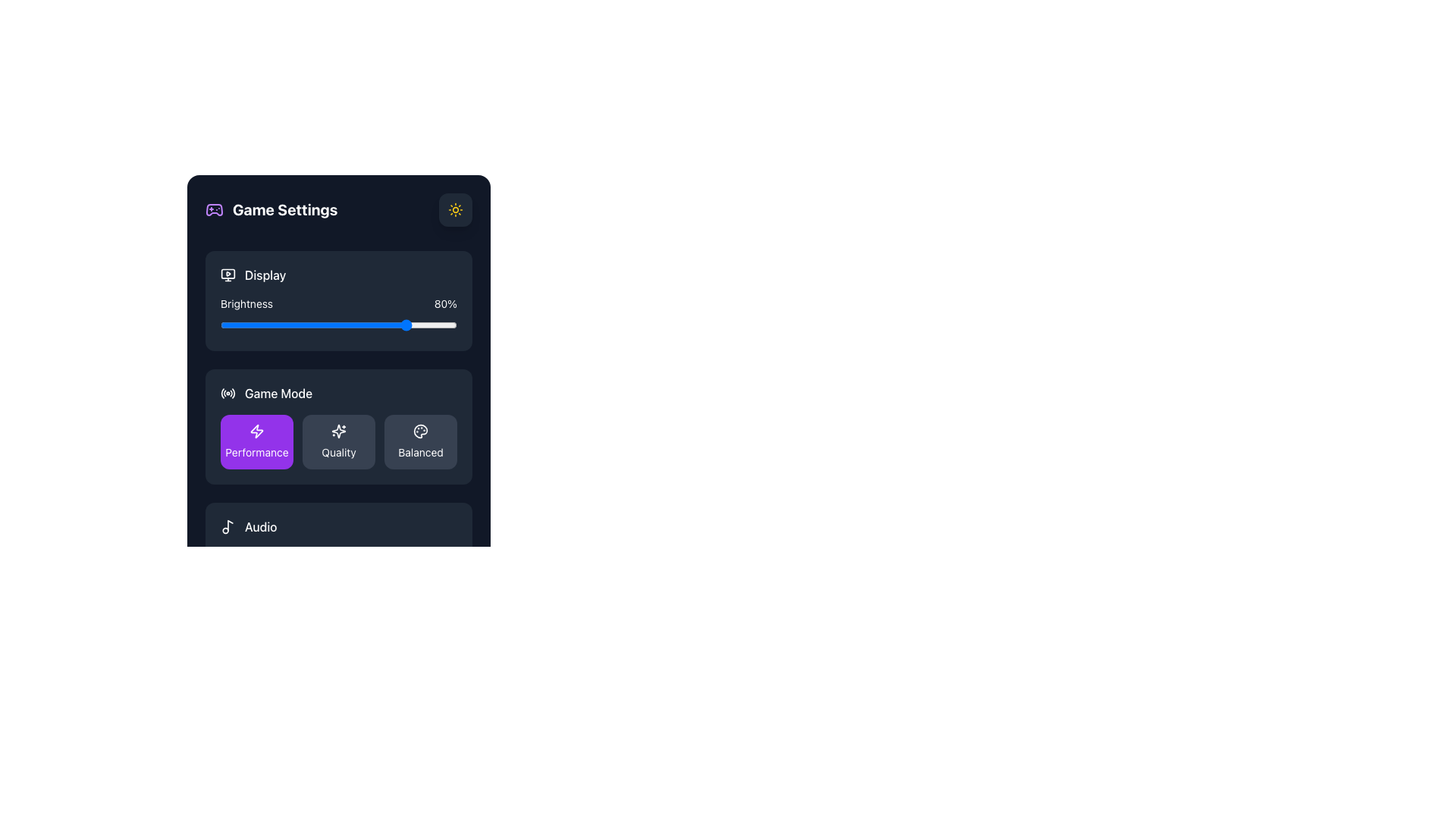 Image resolution: width=1456 pixels, height=819 pixels. What do you see at coordinates (214, 210) in the screenshot?
I see `the central body of the gamepad icon located in the 'Game Settings' panel, near the top-left corner next to the 'Game Settings' title` at bounding box center [214, 210].